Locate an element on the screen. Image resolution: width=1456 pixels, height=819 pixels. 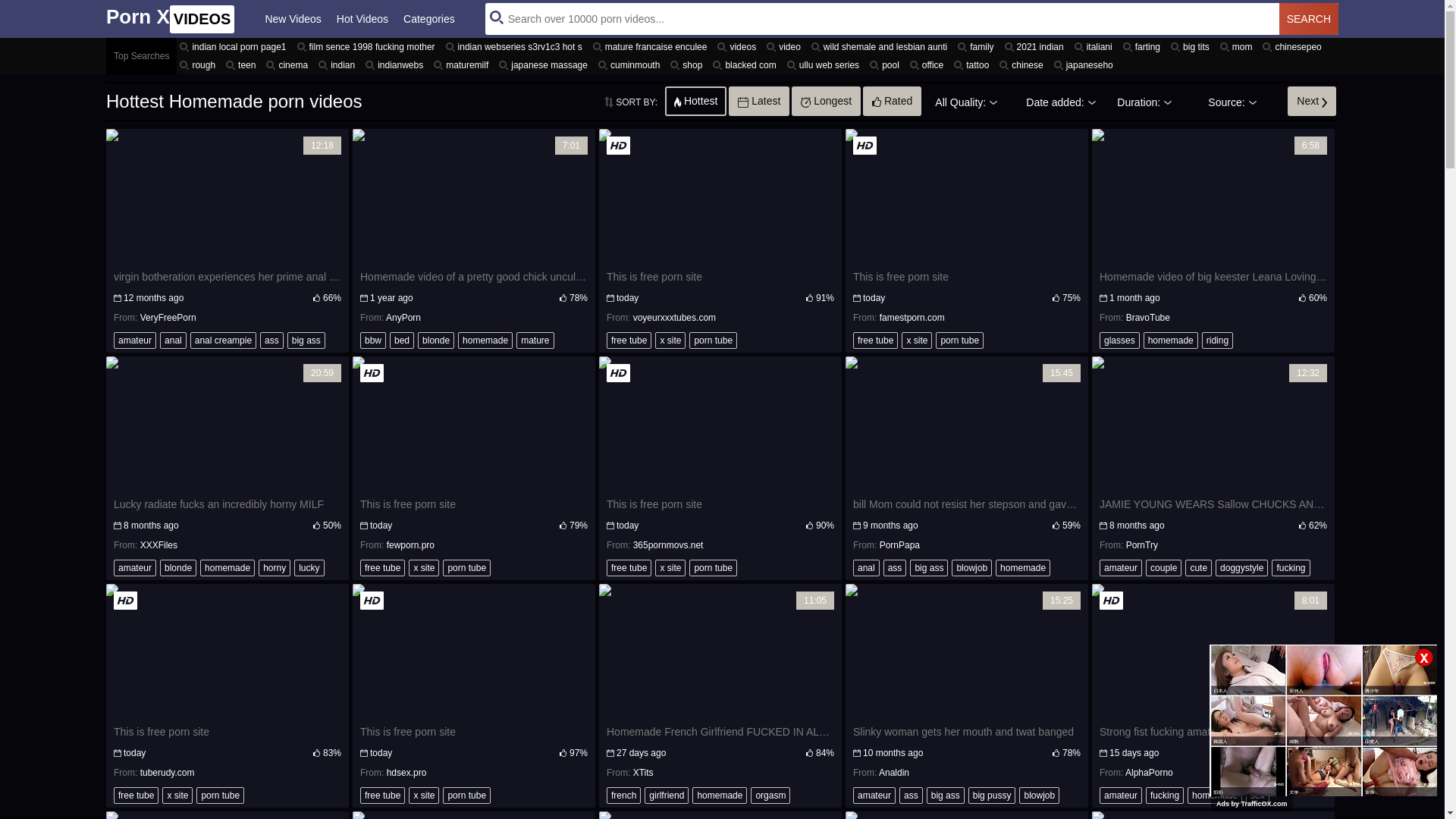
'fucking' is located at coordinates (1164, 795).